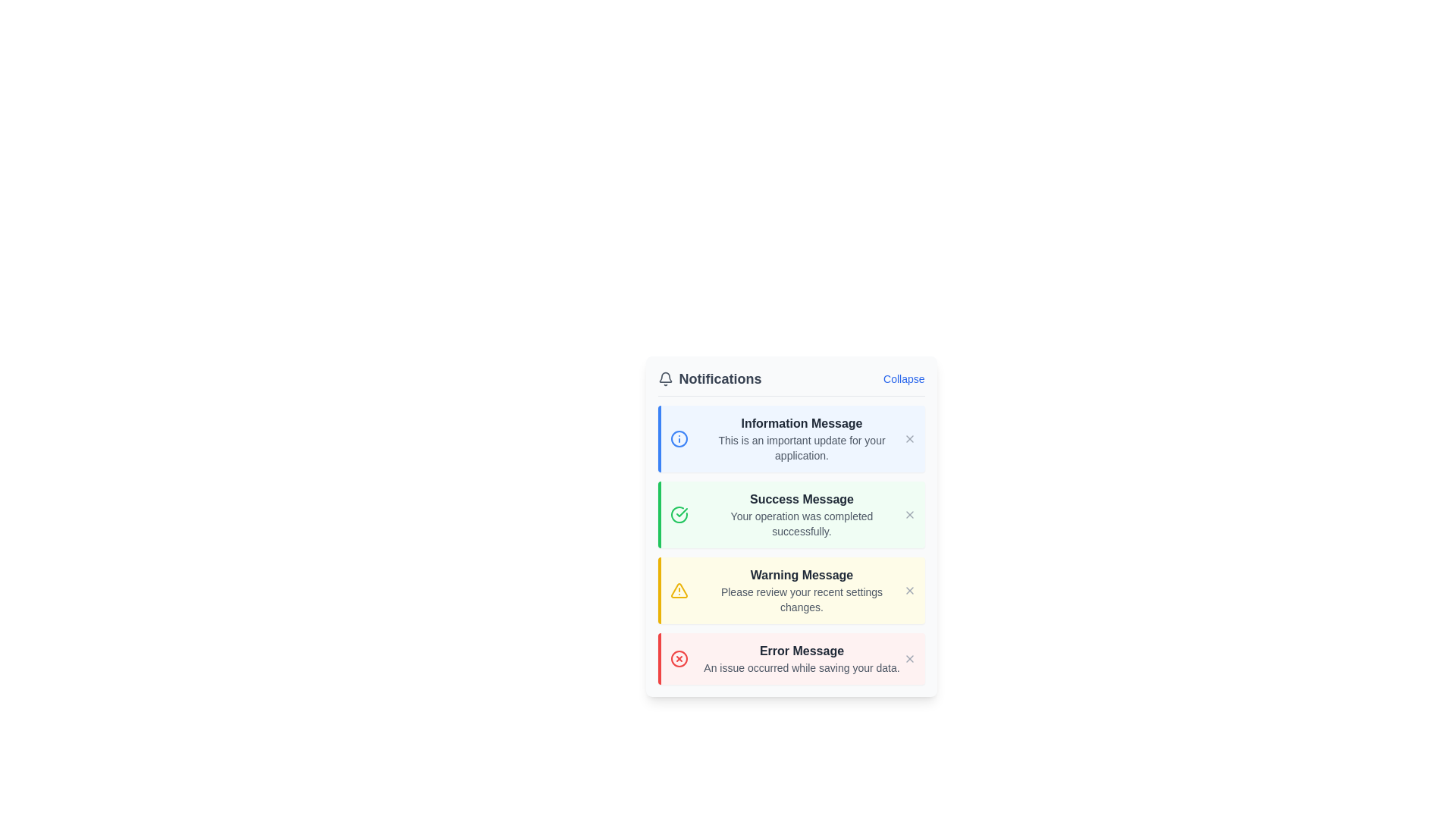 The width and height of the screenshot is (1456, 819). Describe the element at coordinates (720, 378) in the screenshot. I see `the text label that serves as a header for the notifications section, located in the top-left corner of the card-like section, to the immediate right of the bell icon` at that location.